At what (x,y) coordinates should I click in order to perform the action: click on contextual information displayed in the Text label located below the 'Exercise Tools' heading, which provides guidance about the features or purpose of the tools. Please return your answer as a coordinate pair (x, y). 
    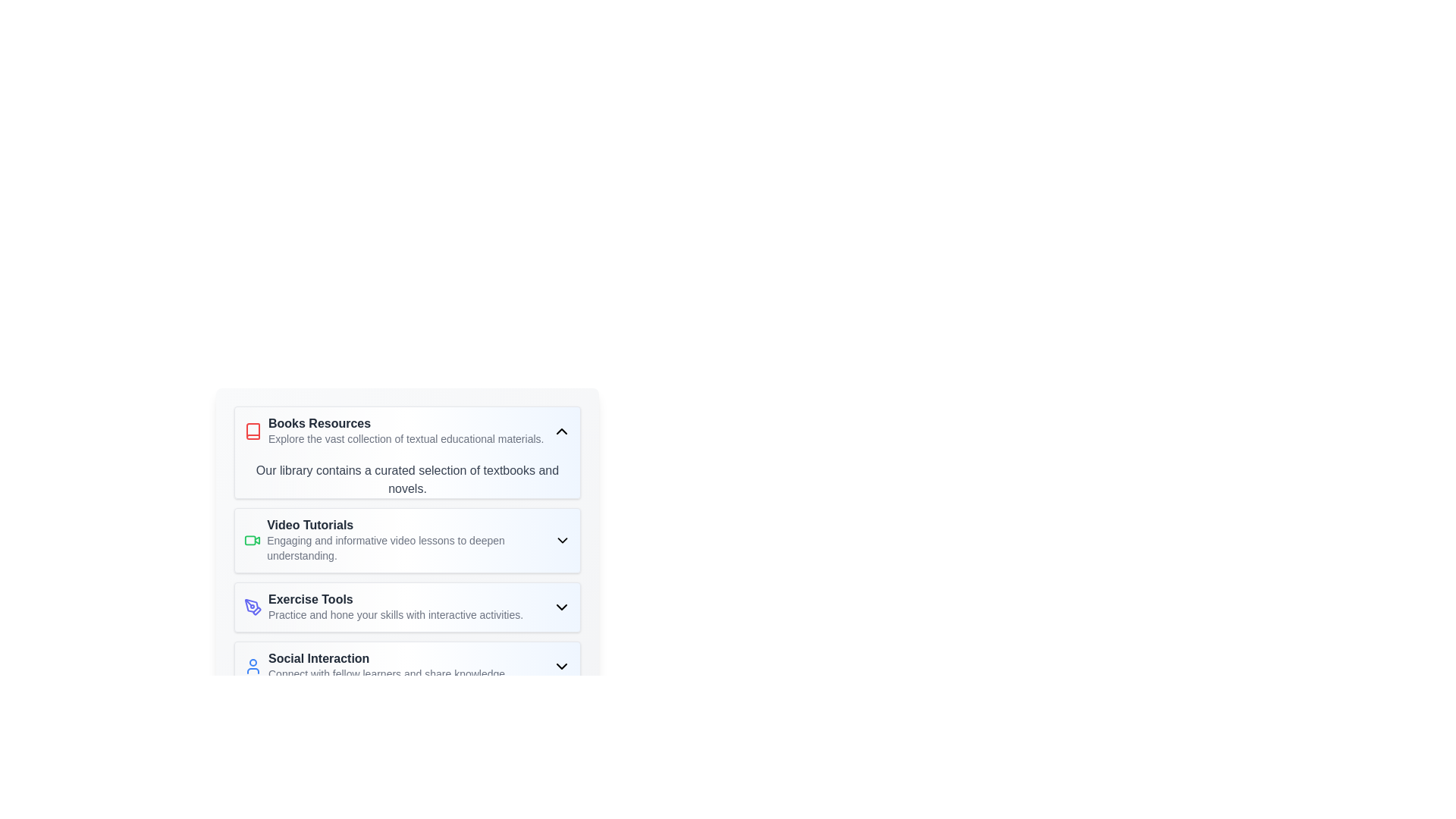
    Looking at the image, I should click on (396, 614).